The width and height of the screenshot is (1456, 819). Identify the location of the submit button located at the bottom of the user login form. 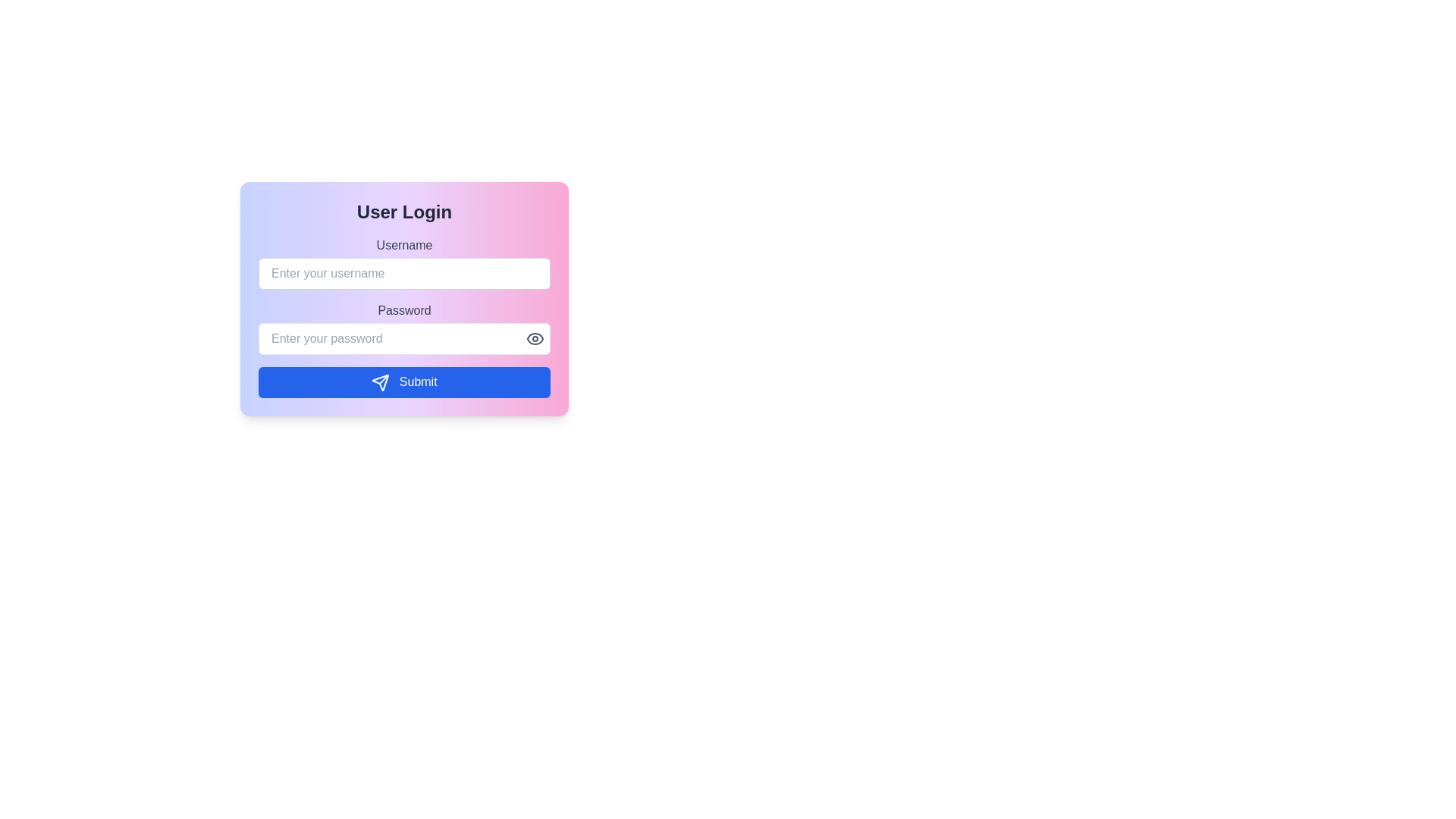
(404, 381).